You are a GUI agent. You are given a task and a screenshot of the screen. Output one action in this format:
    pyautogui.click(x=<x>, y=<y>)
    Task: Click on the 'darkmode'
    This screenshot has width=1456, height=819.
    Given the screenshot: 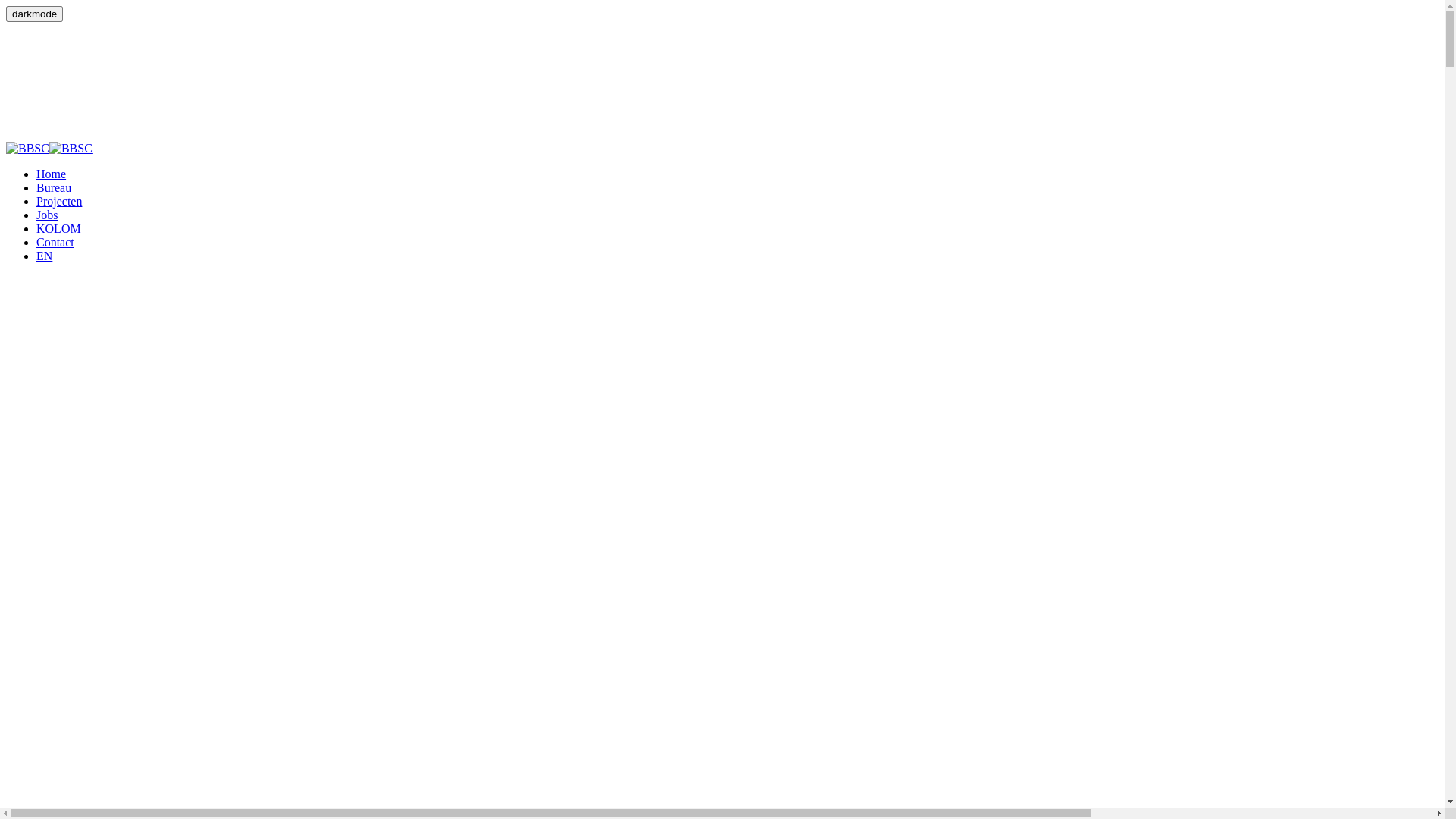 What is the action you would take?
    pyautogui.click(x=6, y=14)
    